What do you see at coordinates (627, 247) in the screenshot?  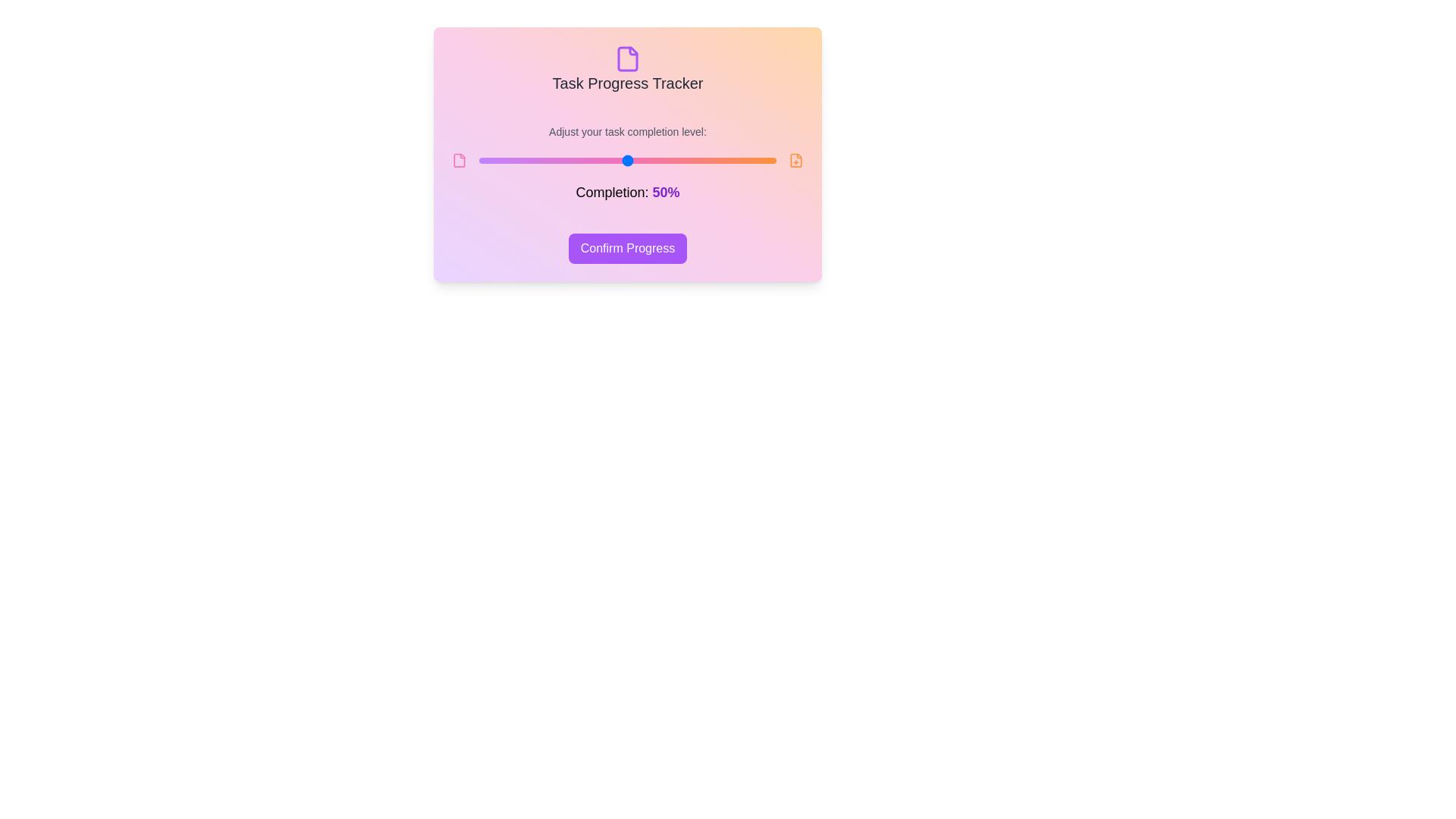 I see `'Confirm Progress' button to confirm the current task progress` at bounding box center [627, 247].